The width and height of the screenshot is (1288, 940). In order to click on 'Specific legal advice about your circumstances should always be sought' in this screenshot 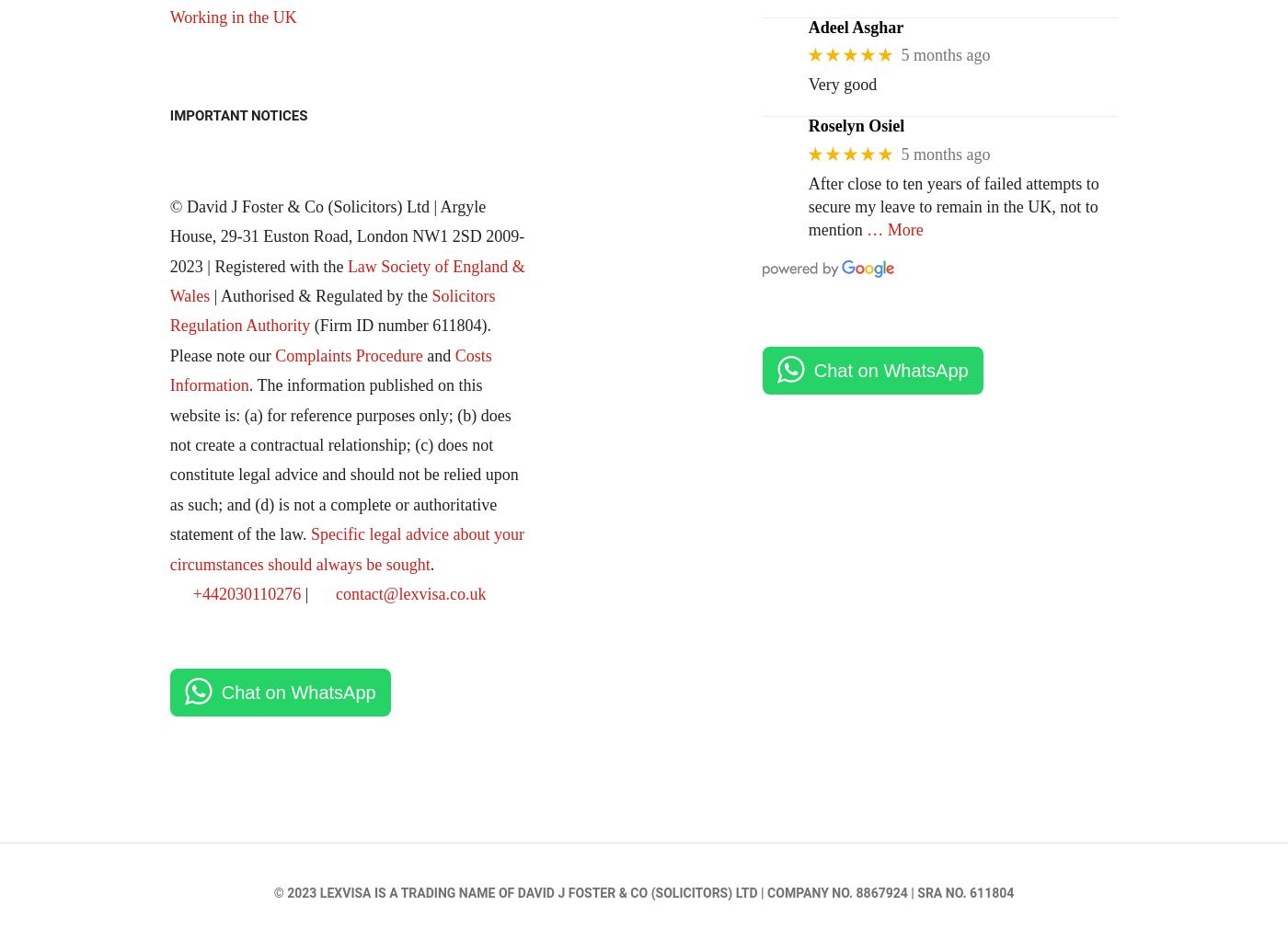, I will do `click(168, 547)`.